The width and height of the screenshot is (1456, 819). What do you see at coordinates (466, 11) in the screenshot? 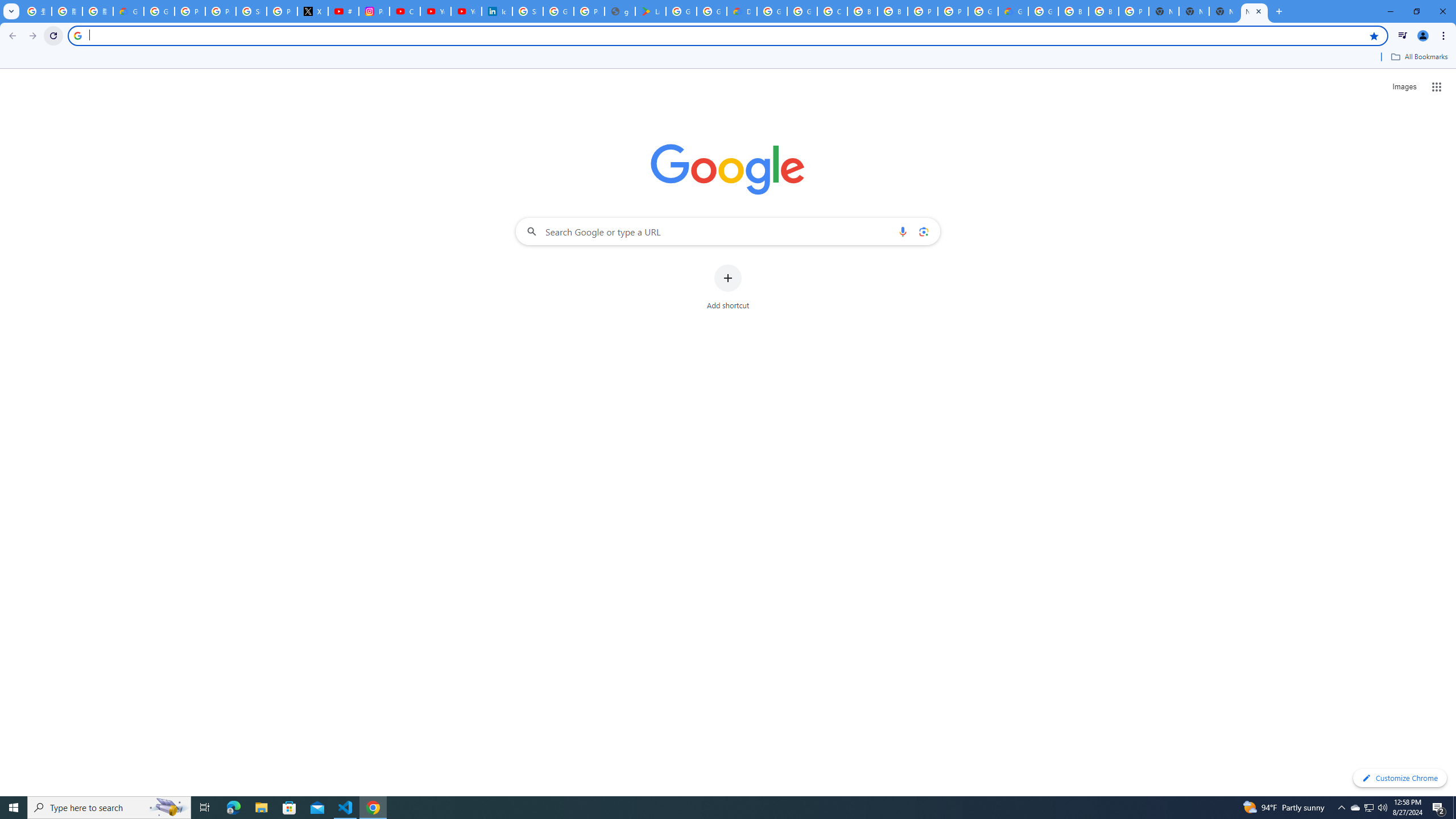
I see `'YouTube Culture & Trends - YouTube Top 10, 2021'` at bounding box center [466, 11].